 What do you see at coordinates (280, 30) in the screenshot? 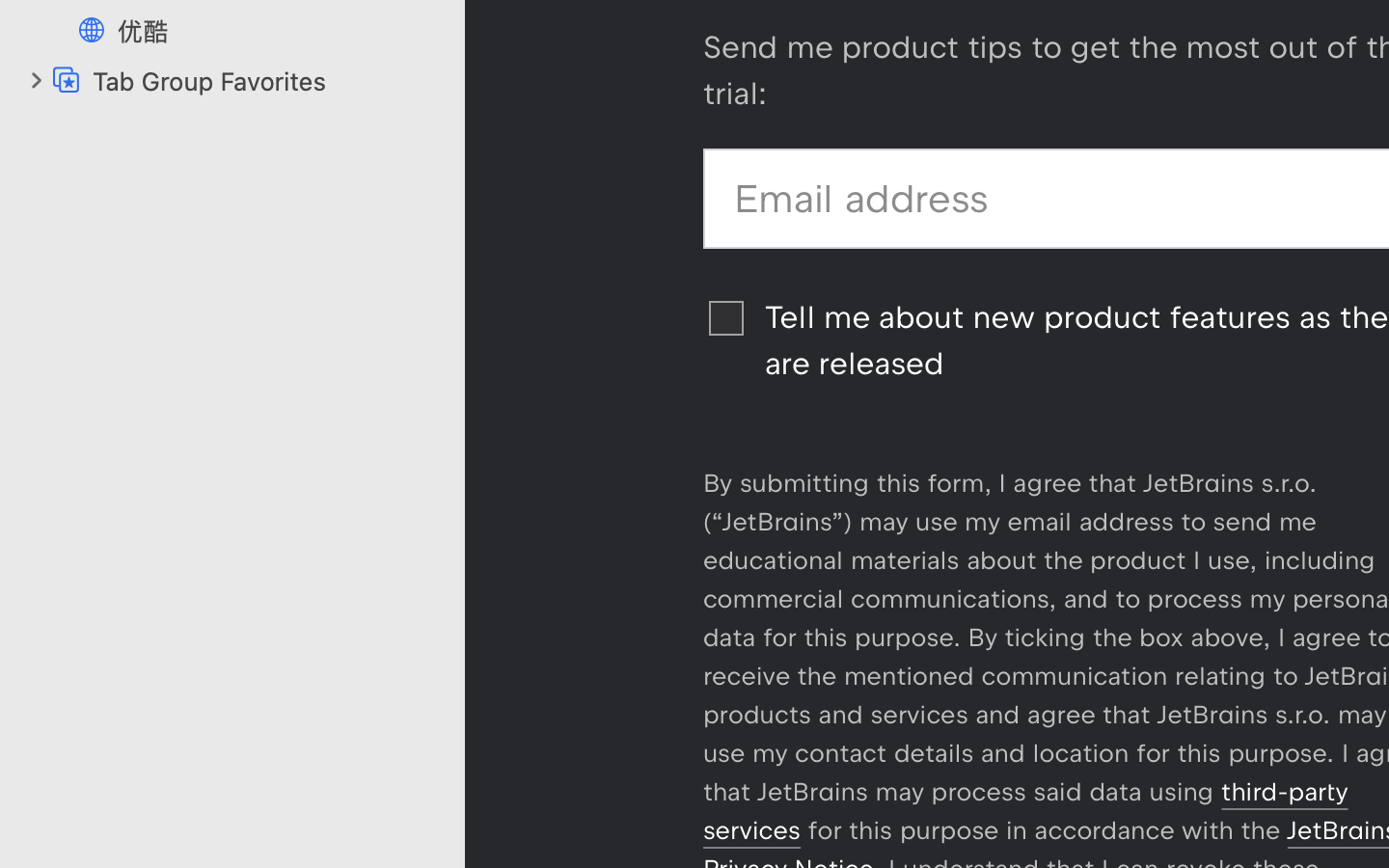
I see `'优酷'` at bounding box center [280, 30].